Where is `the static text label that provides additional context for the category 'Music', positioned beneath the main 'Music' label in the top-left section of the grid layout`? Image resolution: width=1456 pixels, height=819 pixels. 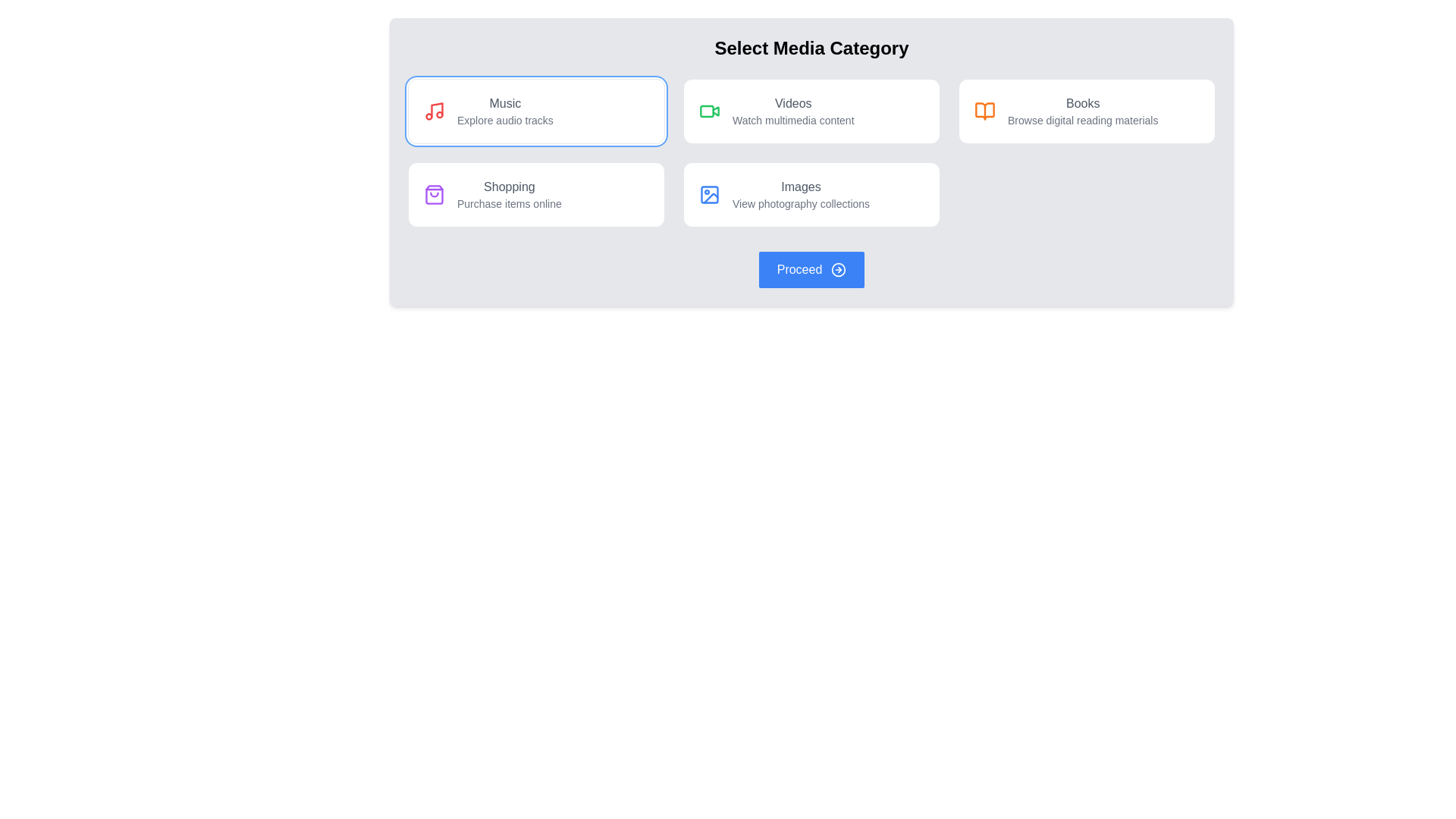
the static text label that provides additional context for the category 'Music', positioned beneath the main 'Music' label in the top-left section of the grid layout is located at coordinates (505, 119).